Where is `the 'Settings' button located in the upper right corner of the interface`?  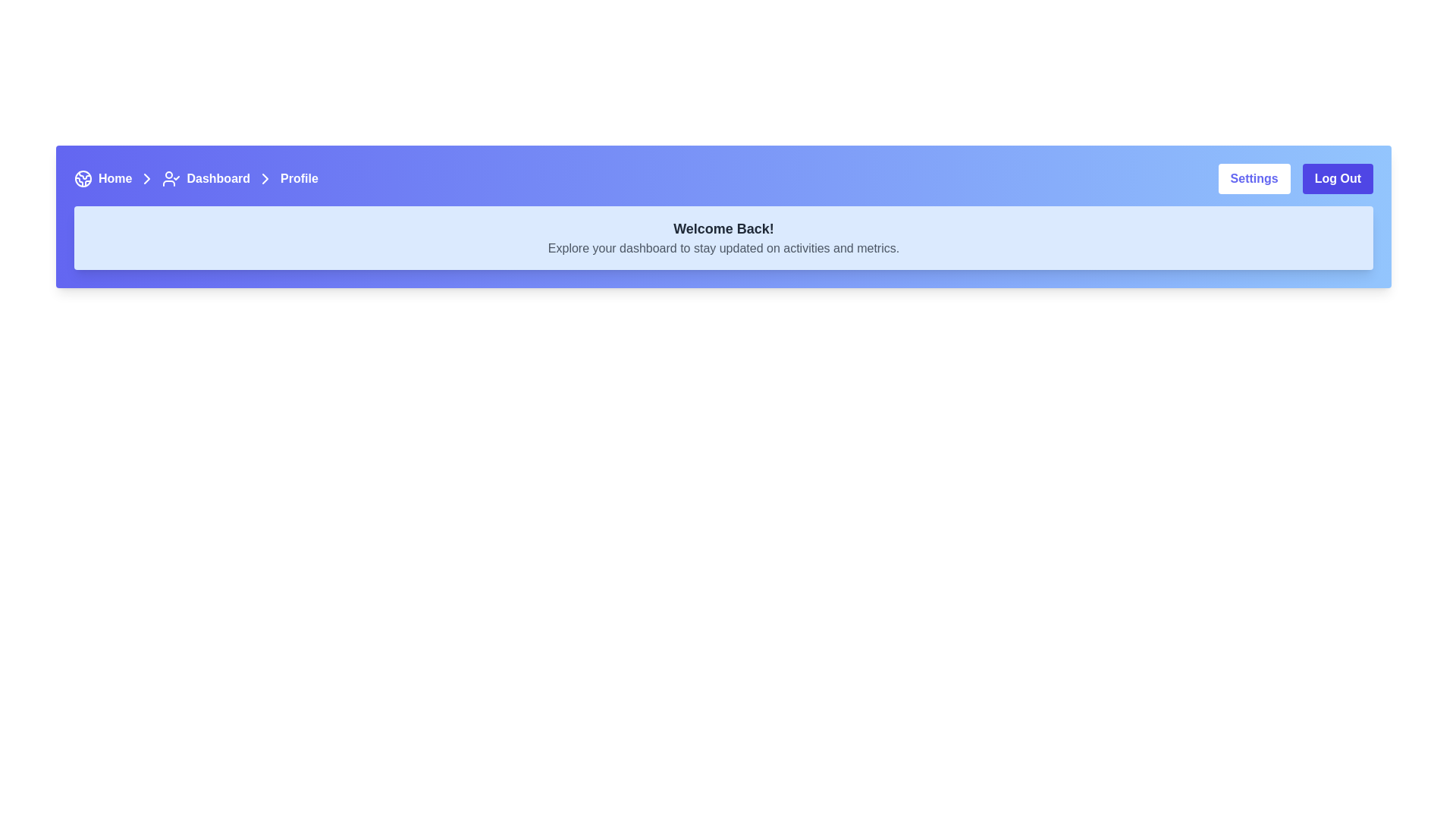 the 'Settings' button located in the upper right corner of the interface is located at coordinates (1254, 177).